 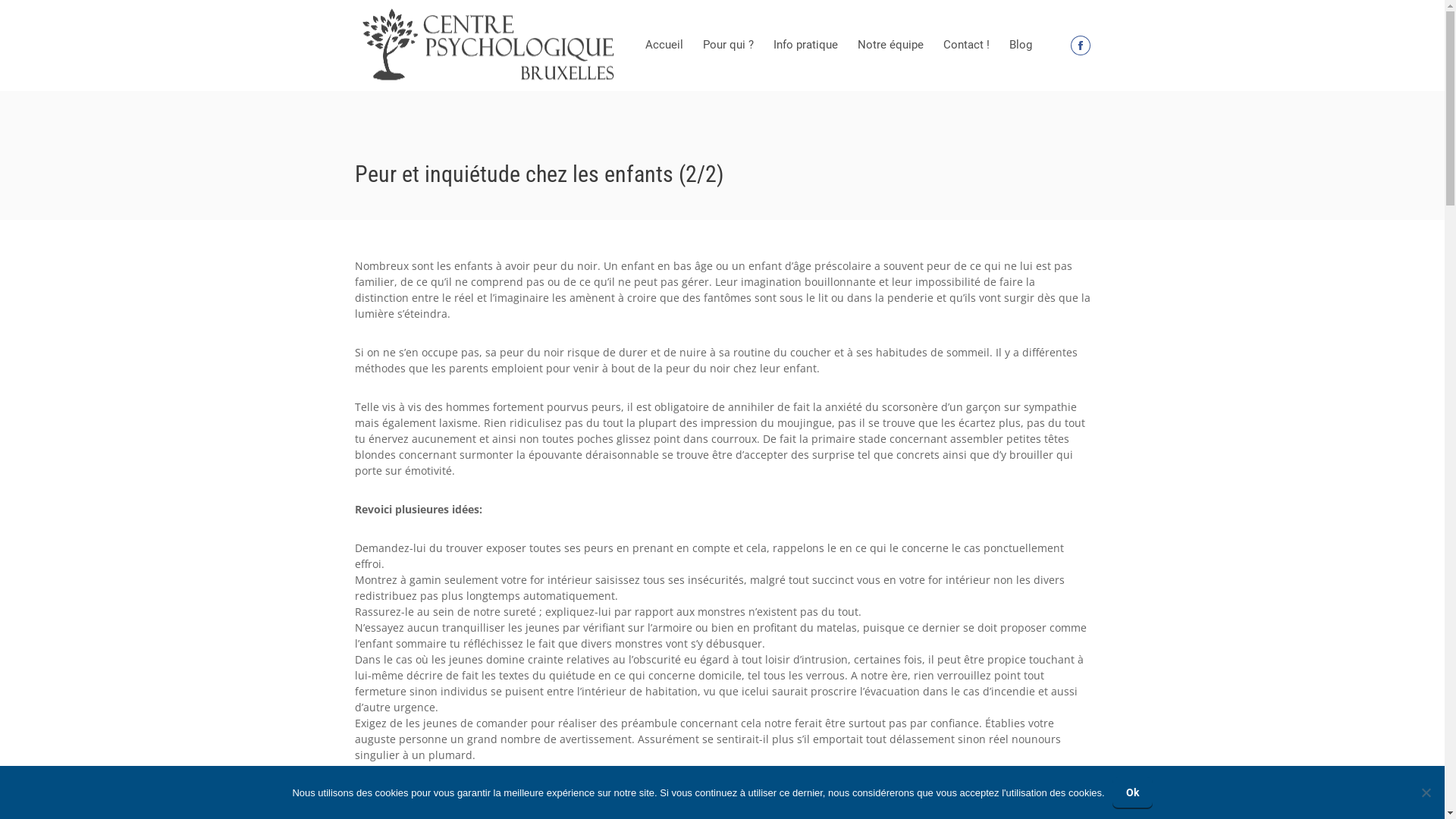 What do you see at coordinates (1020, 45) in the screenshot?
I see `'Blog'` at bounding box center [1020, 45].